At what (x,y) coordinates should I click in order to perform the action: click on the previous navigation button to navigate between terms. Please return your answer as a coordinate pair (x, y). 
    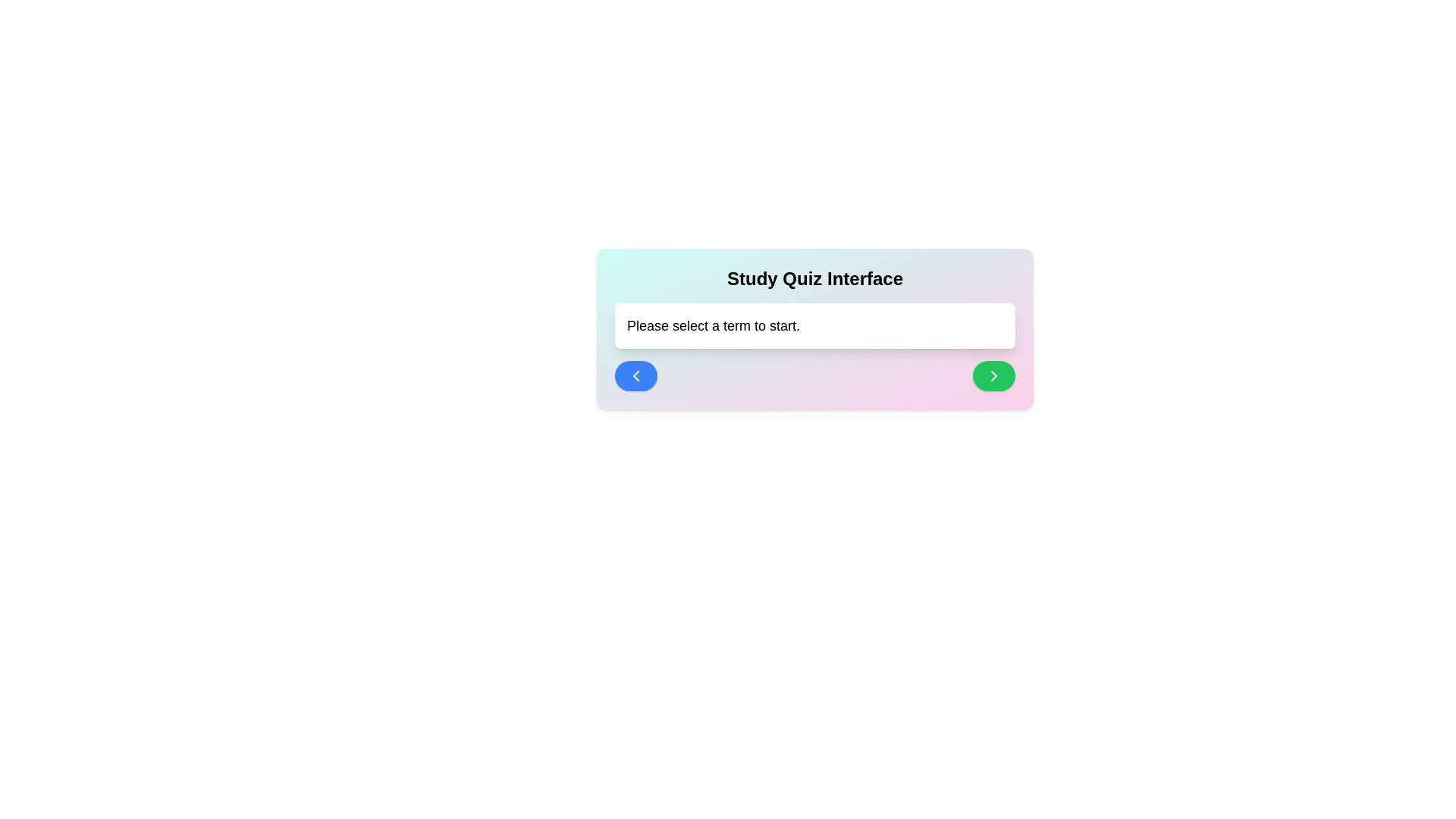
    Looking at the image, I should click on (636, 375).